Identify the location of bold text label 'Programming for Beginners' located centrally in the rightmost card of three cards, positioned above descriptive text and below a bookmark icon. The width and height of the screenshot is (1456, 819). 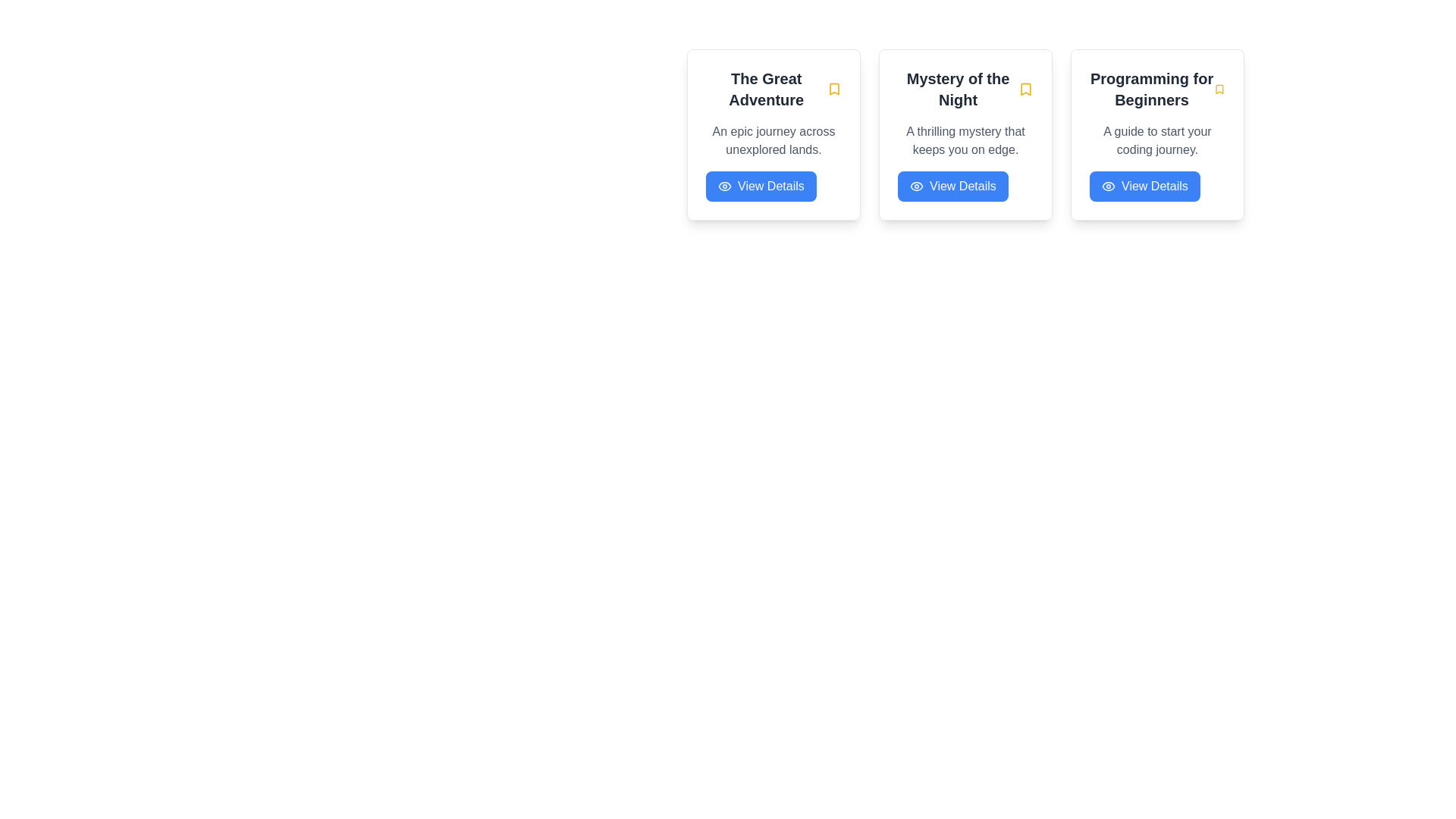
(1152, 89).